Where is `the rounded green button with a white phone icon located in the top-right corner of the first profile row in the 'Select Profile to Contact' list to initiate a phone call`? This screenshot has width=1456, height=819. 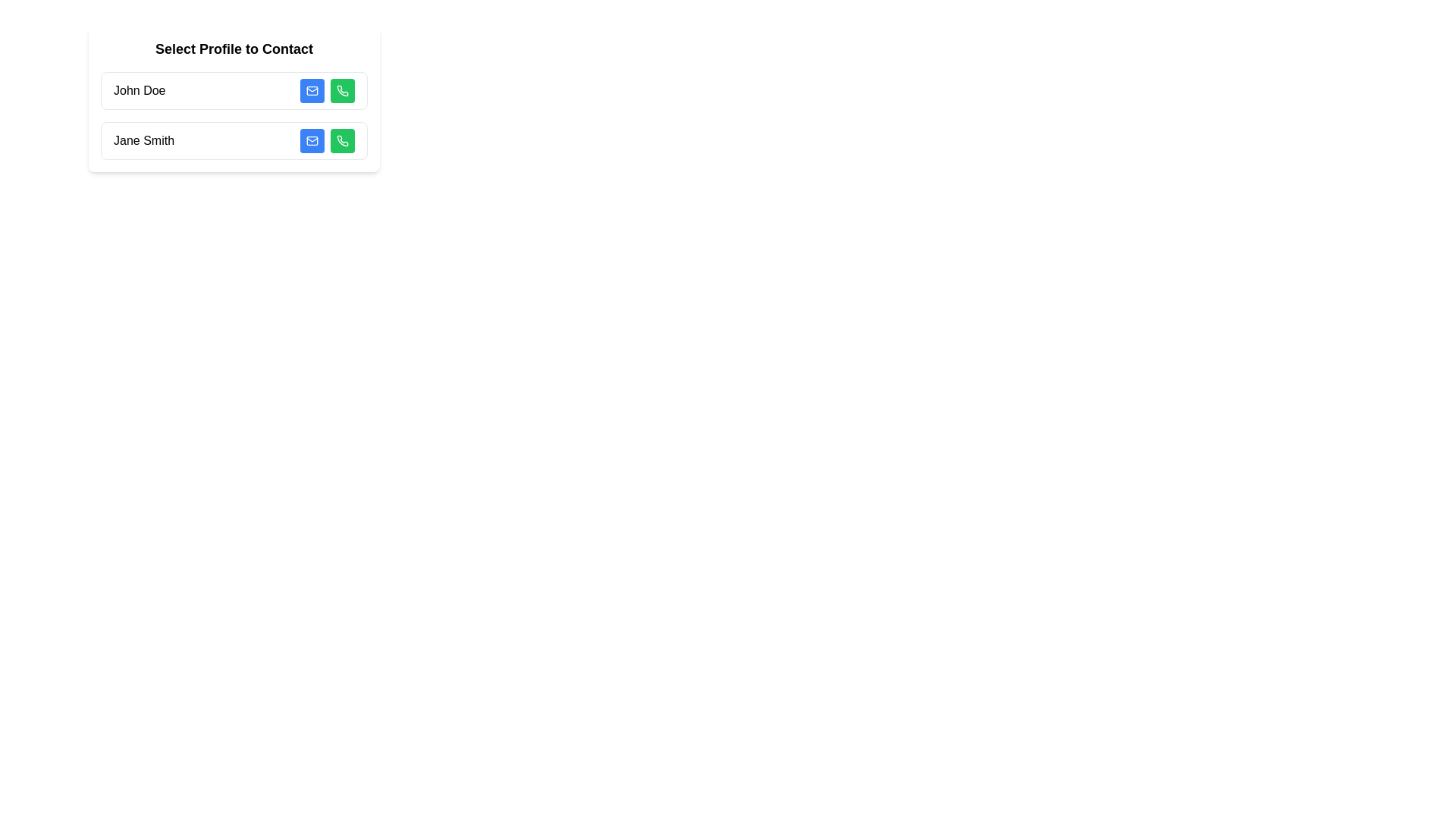 the rounded green button with a white phone icon located in the top-right corner of the first profile row in the 'Select Profile to Contact' list to initiate a phone call is located at coordinates (341, 90).